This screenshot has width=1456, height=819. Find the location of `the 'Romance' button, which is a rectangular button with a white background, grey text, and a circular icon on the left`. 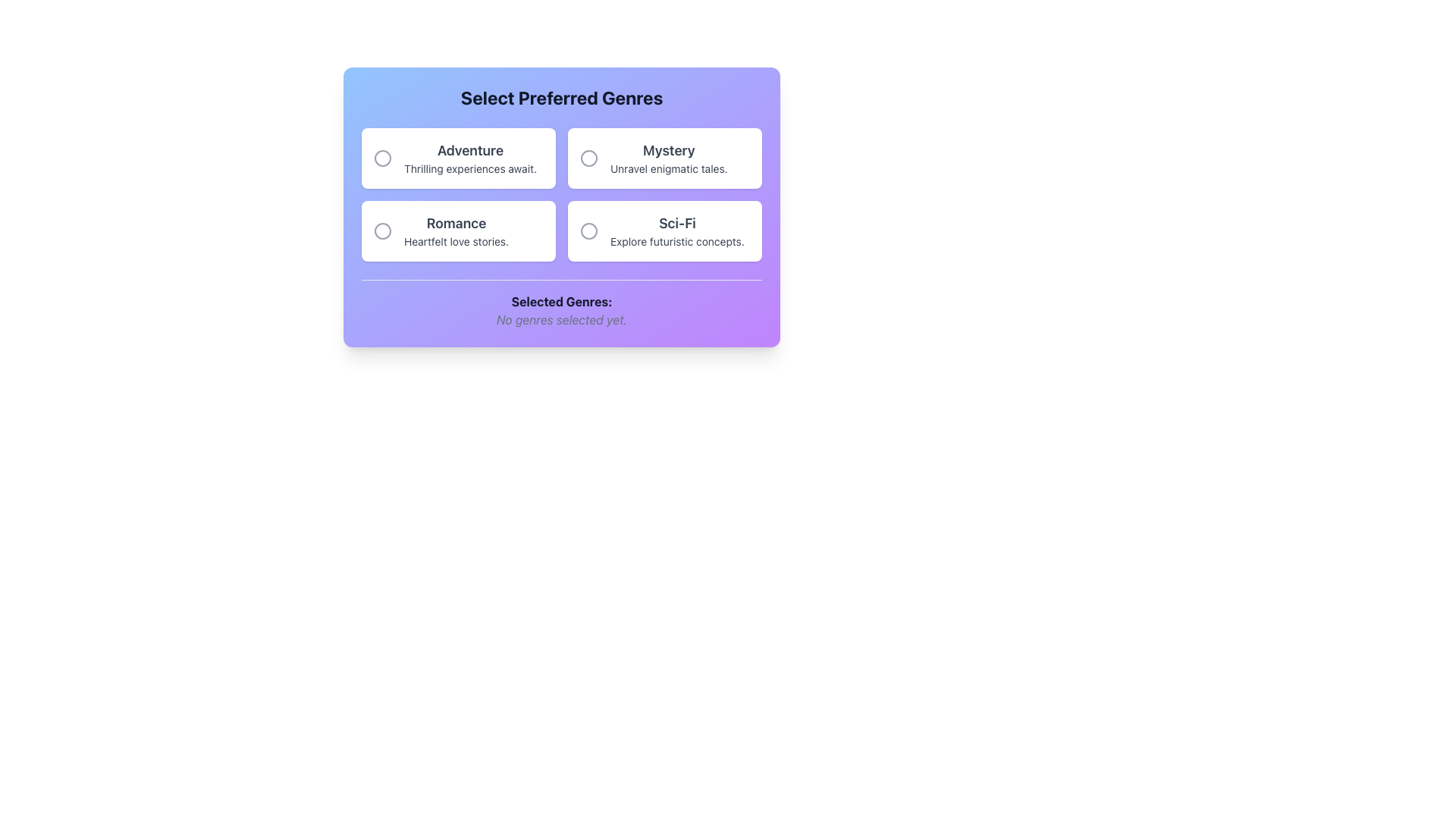

the 'Romance' button, which is a rectangular button with a white background, grey text, and a circular icon on the left is located at coordinates (457, 231).